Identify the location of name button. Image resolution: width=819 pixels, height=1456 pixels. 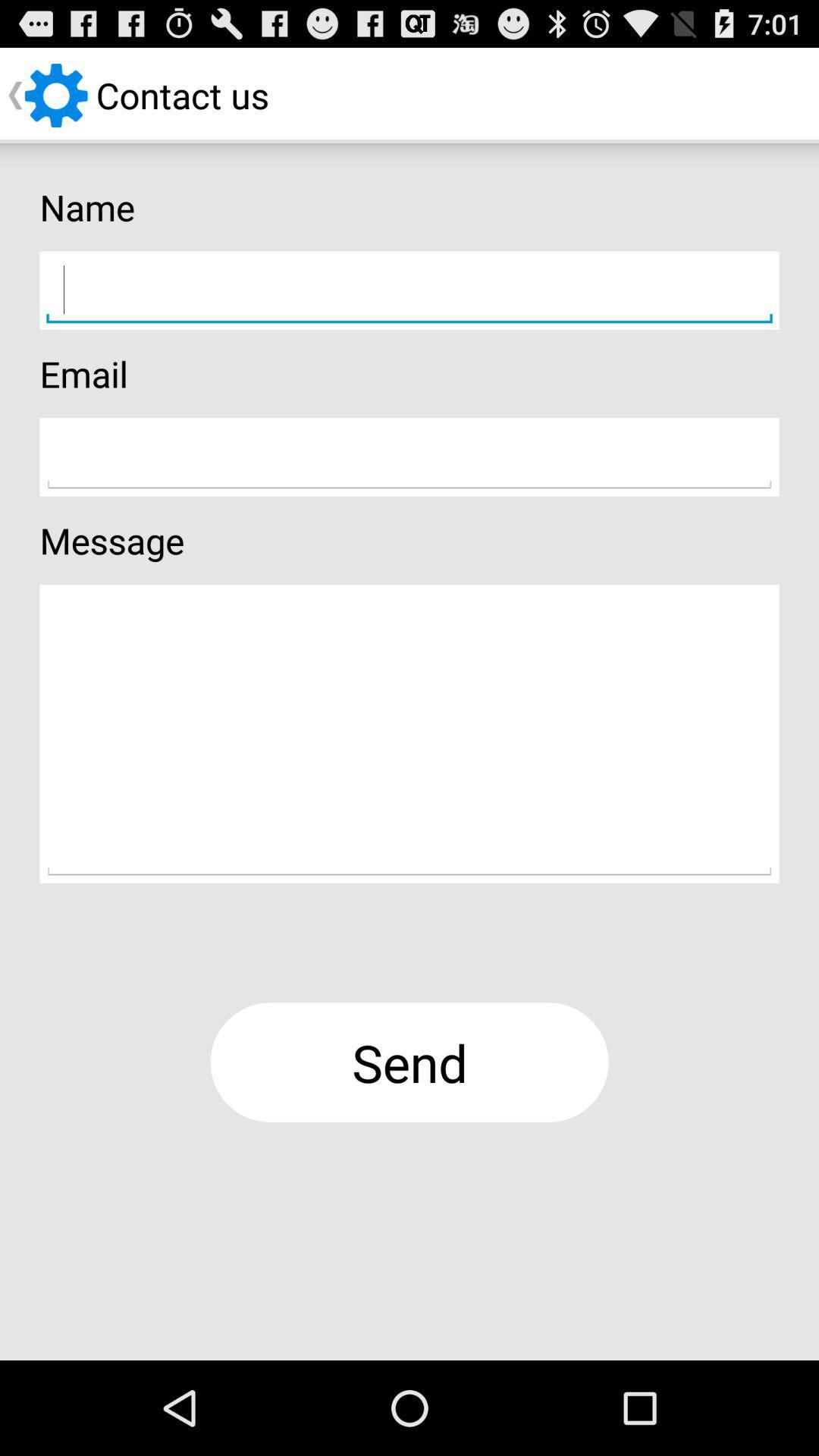
(409, 290).